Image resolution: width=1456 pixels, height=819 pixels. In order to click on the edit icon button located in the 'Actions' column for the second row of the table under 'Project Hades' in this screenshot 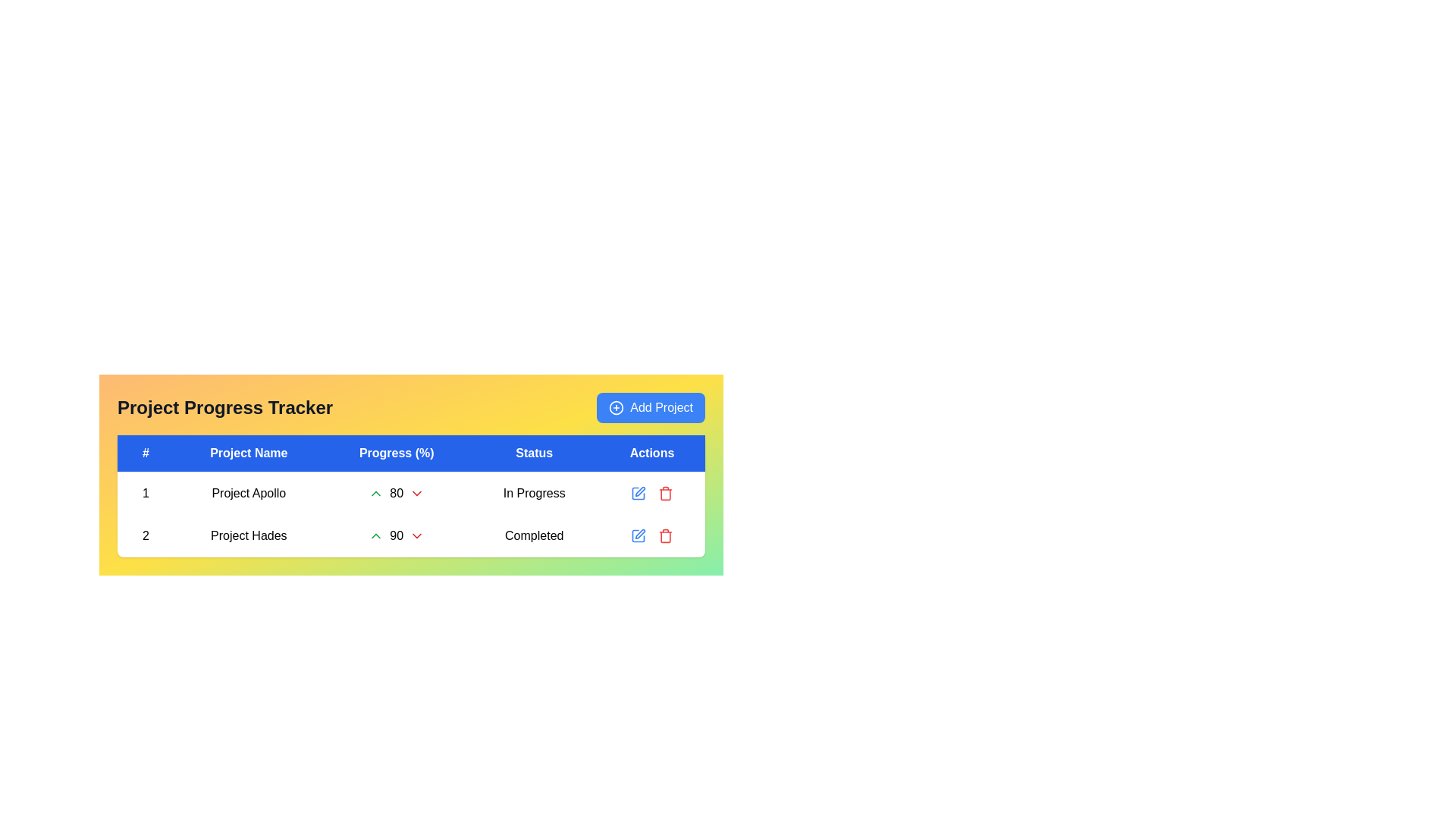, I will do `click(638, 494)`.